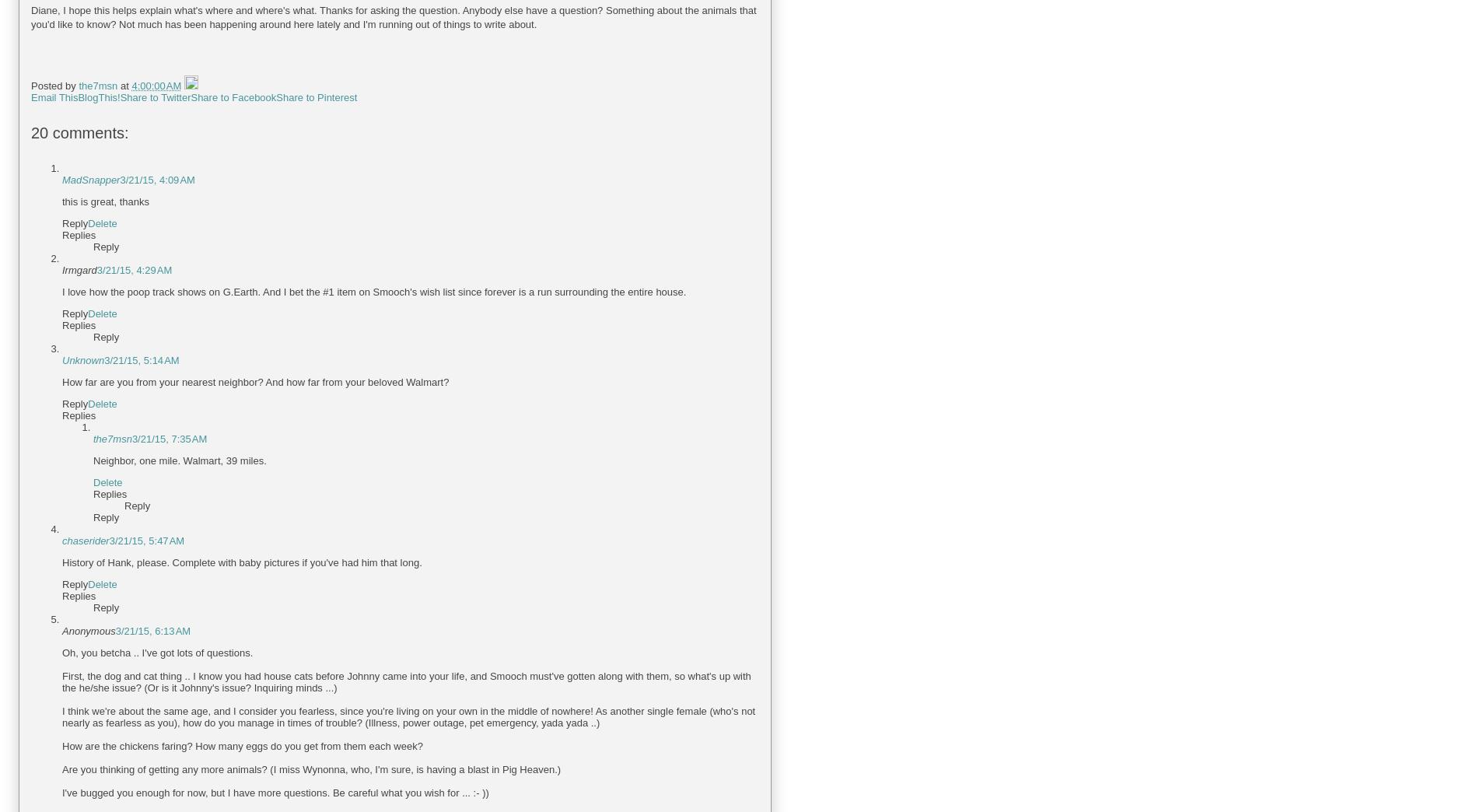 The width and height of the screenshot is (1484, 812). What do you see at coordinates (124, 86) in the screenshot?
I see `'at'` at bounding box center [124, 86].